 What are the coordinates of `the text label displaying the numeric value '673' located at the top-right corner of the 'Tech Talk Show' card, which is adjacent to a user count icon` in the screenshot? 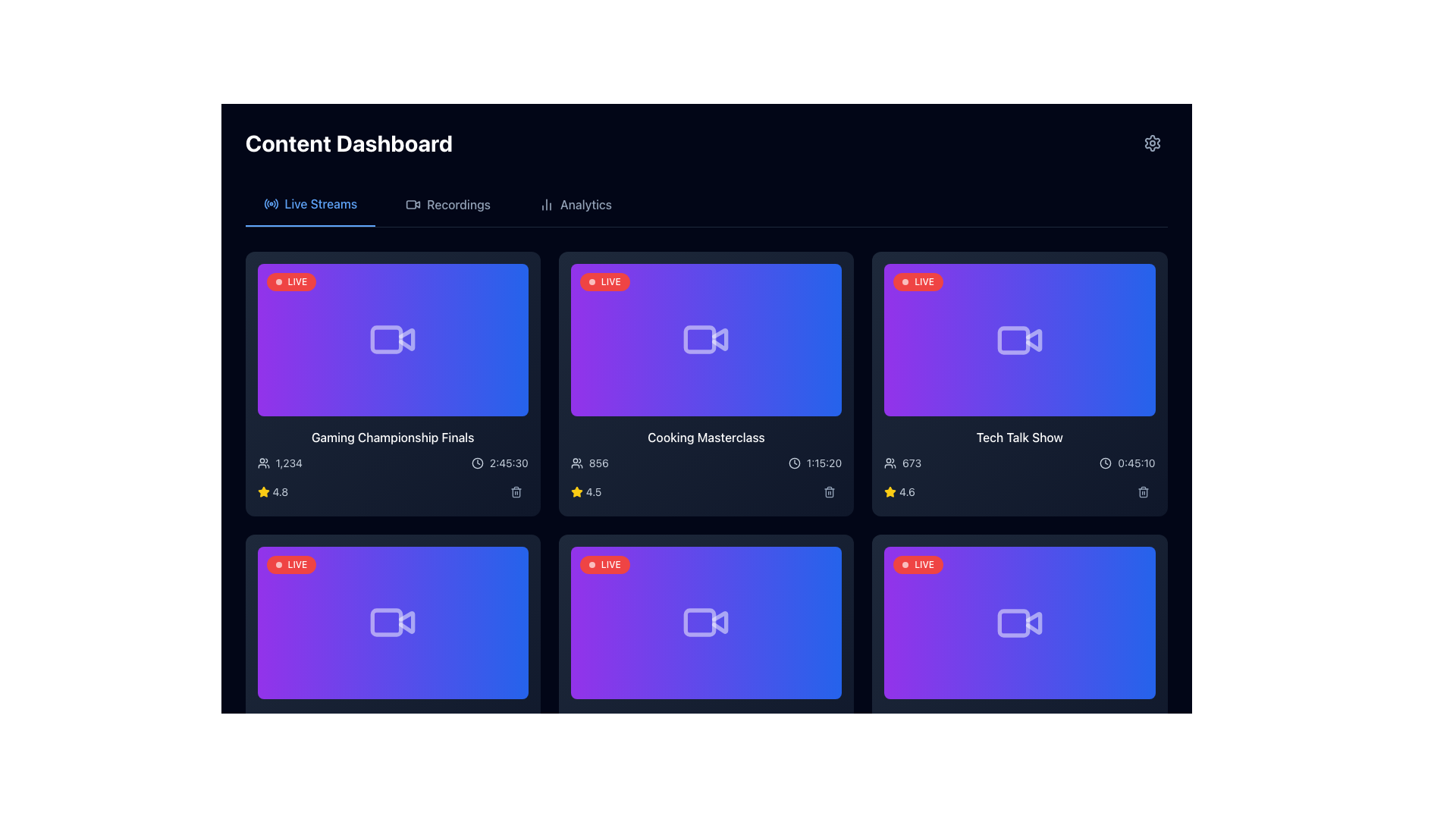 It's located at (911, 462).